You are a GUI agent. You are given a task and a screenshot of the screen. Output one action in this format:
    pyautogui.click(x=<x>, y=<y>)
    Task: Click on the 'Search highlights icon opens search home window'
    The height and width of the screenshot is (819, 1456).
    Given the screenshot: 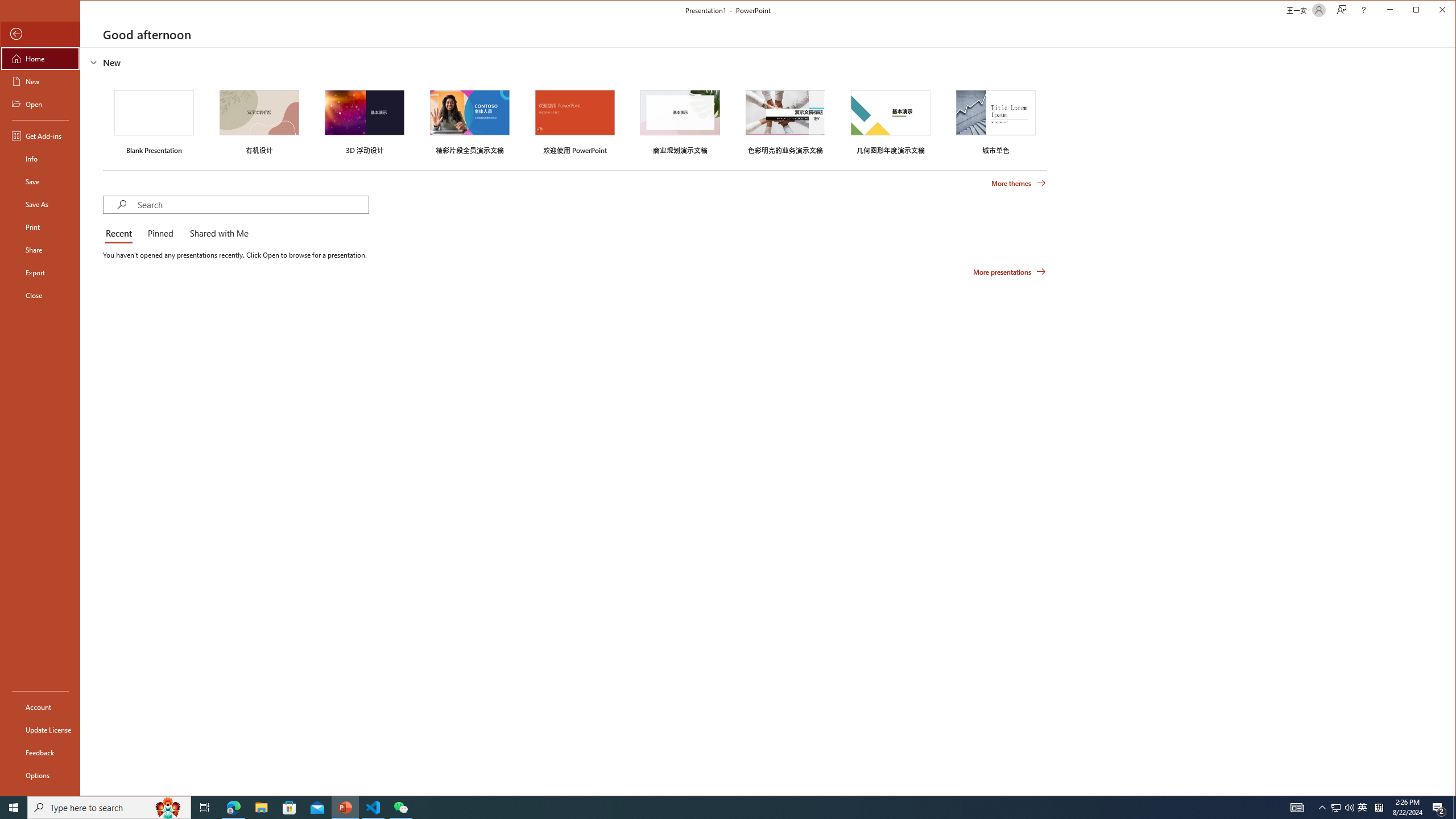 What is the action you would take?
    pyautogui.click(x=167, y=806)
    